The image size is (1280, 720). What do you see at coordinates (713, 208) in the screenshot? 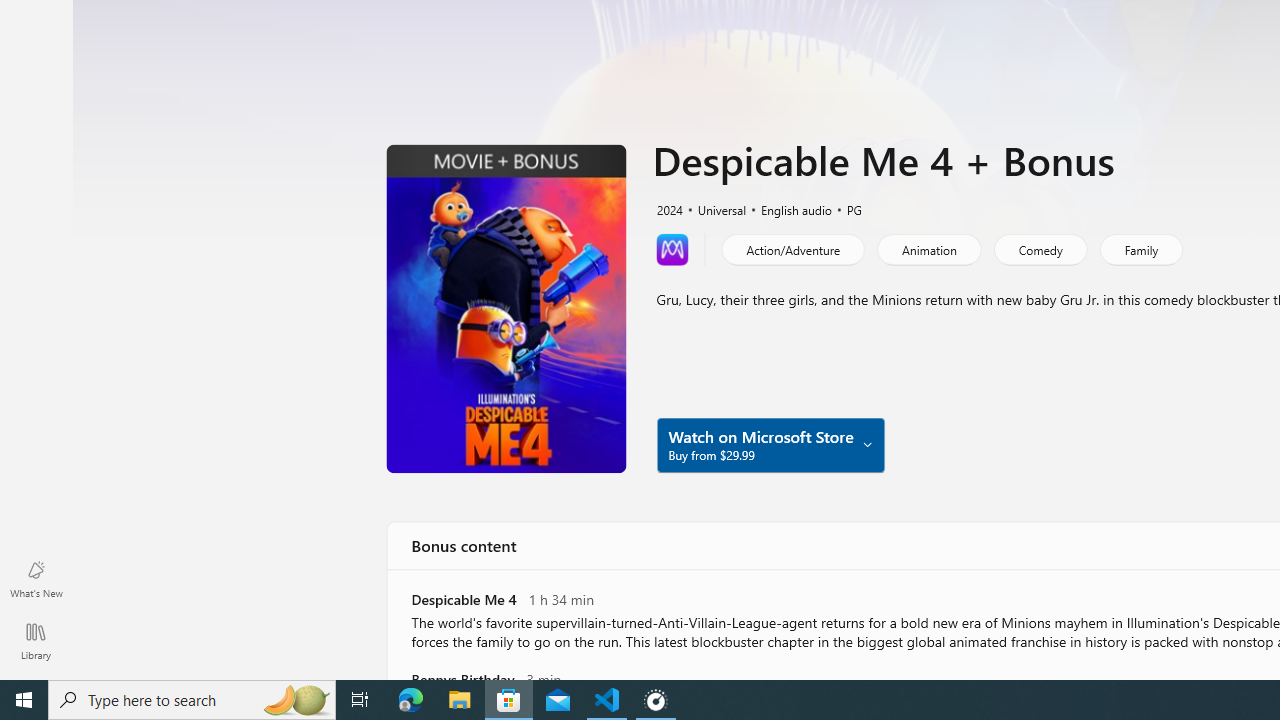
I see `'Universal'` at bounding box center [713, 208].